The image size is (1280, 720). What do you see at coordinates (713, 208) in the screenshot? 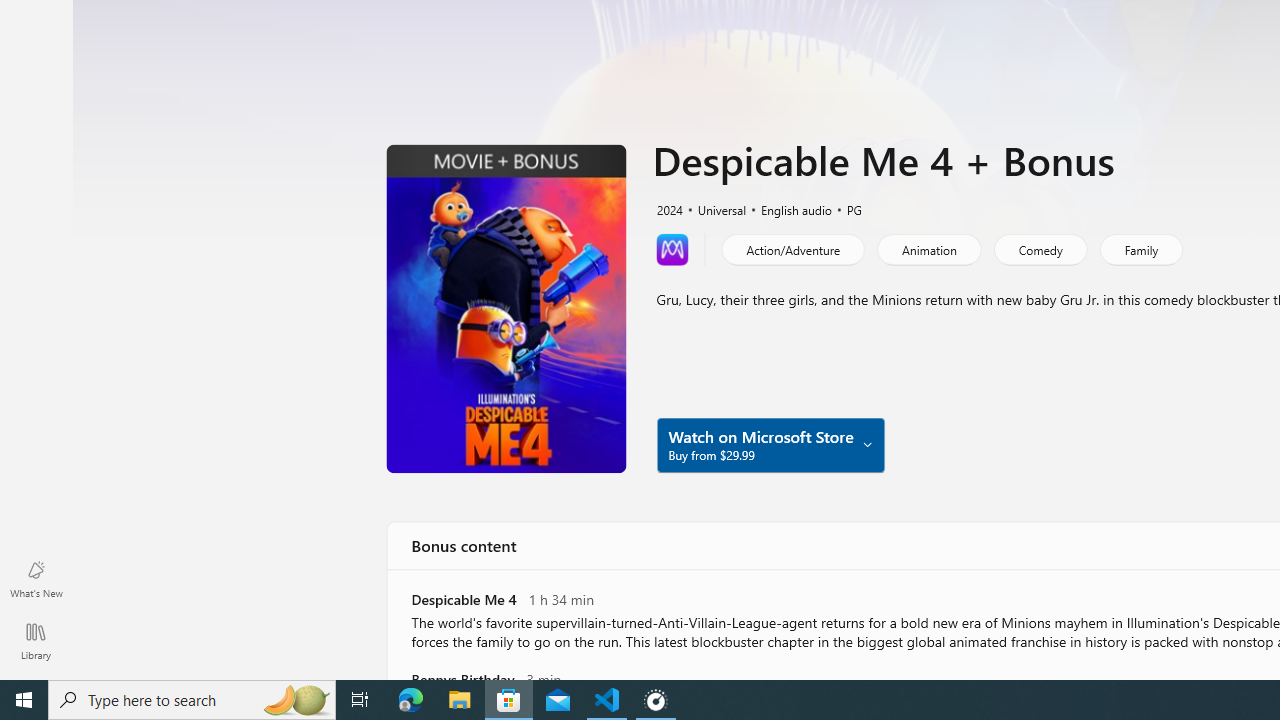
I see `'Universal'` at bounding box center [713, 208].